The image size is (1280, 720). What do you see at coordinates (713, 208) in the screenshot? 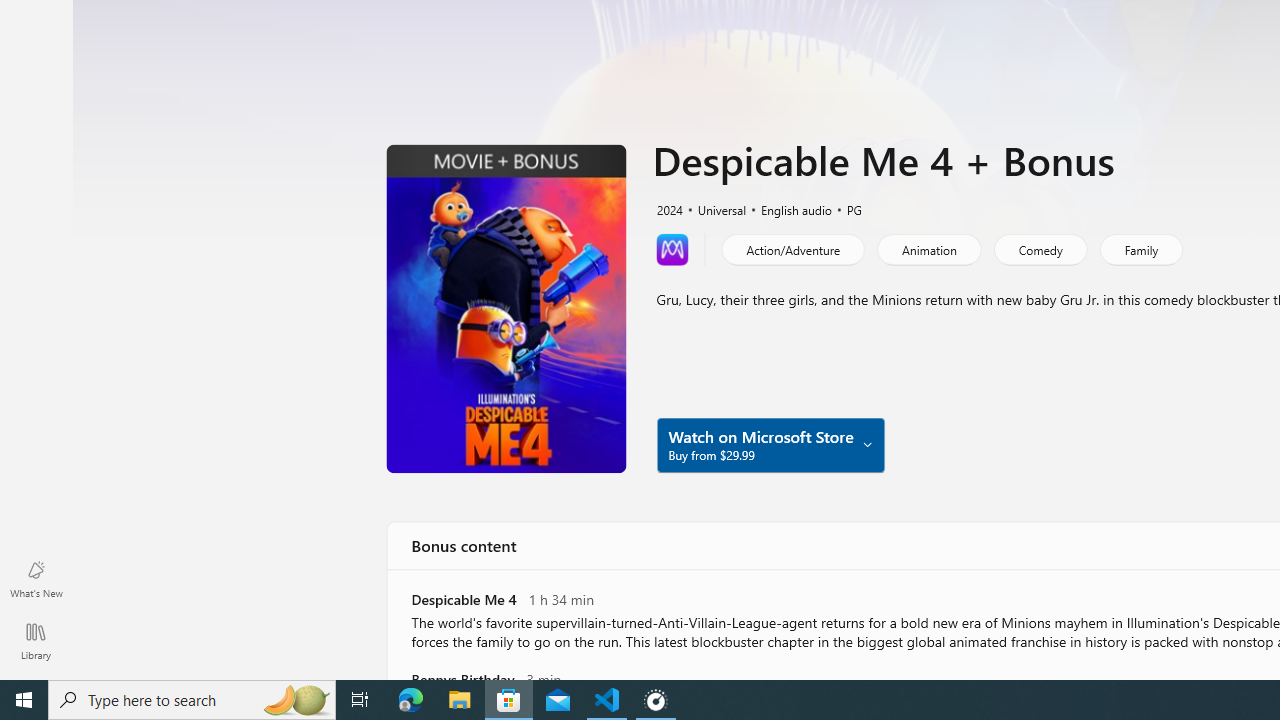
I see `'Universal'` at bounding box center [713, 208].